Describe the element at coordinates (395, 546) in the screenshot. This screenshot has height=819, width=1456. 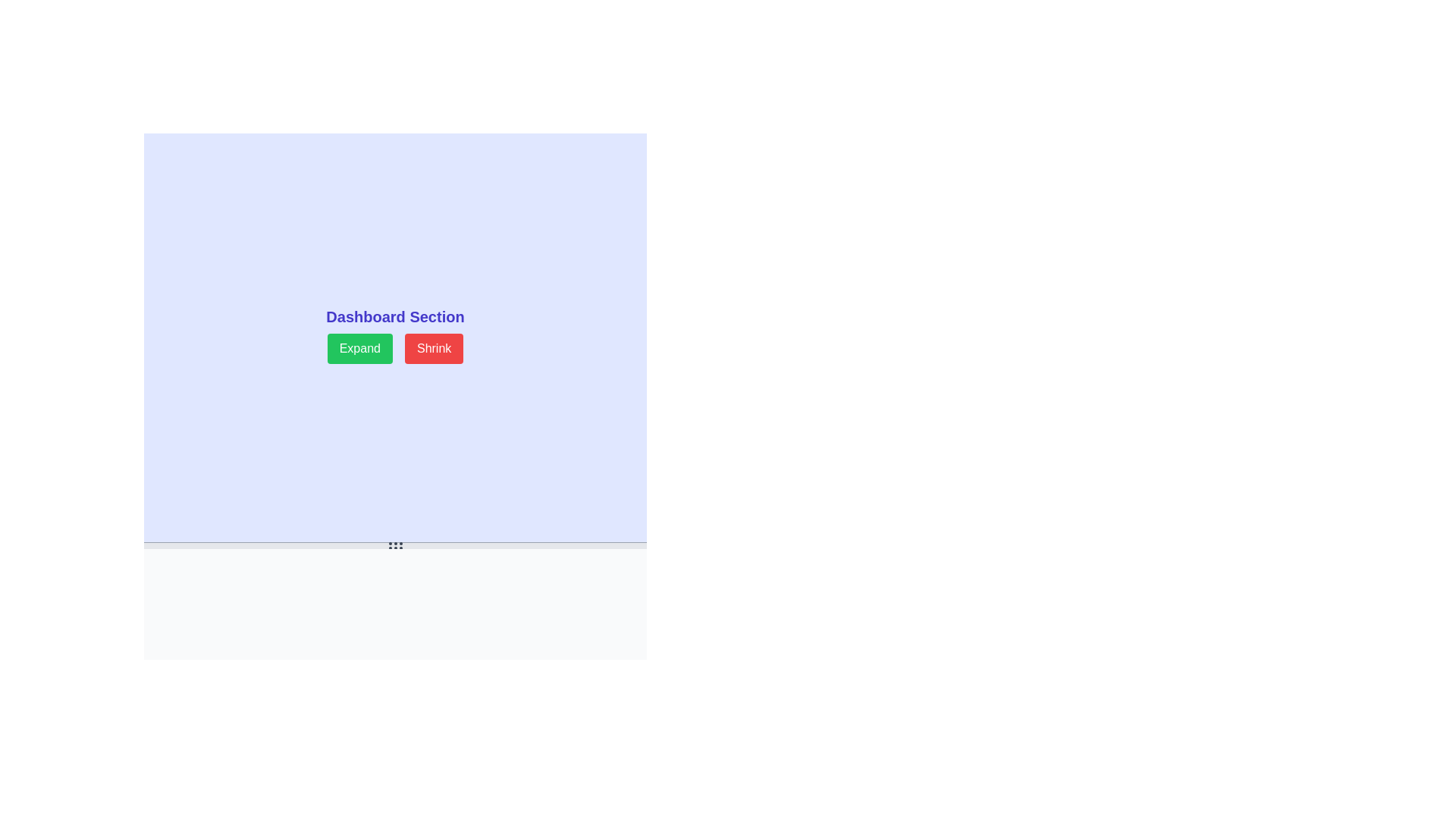
I see `the draggable divider, which is a thin horizontal bar with a light gray background and a grip icon of three vertical dots, located beneath the 'Expand' and 'Shrink' buttons in the 'Dashboard Section'` at that location.